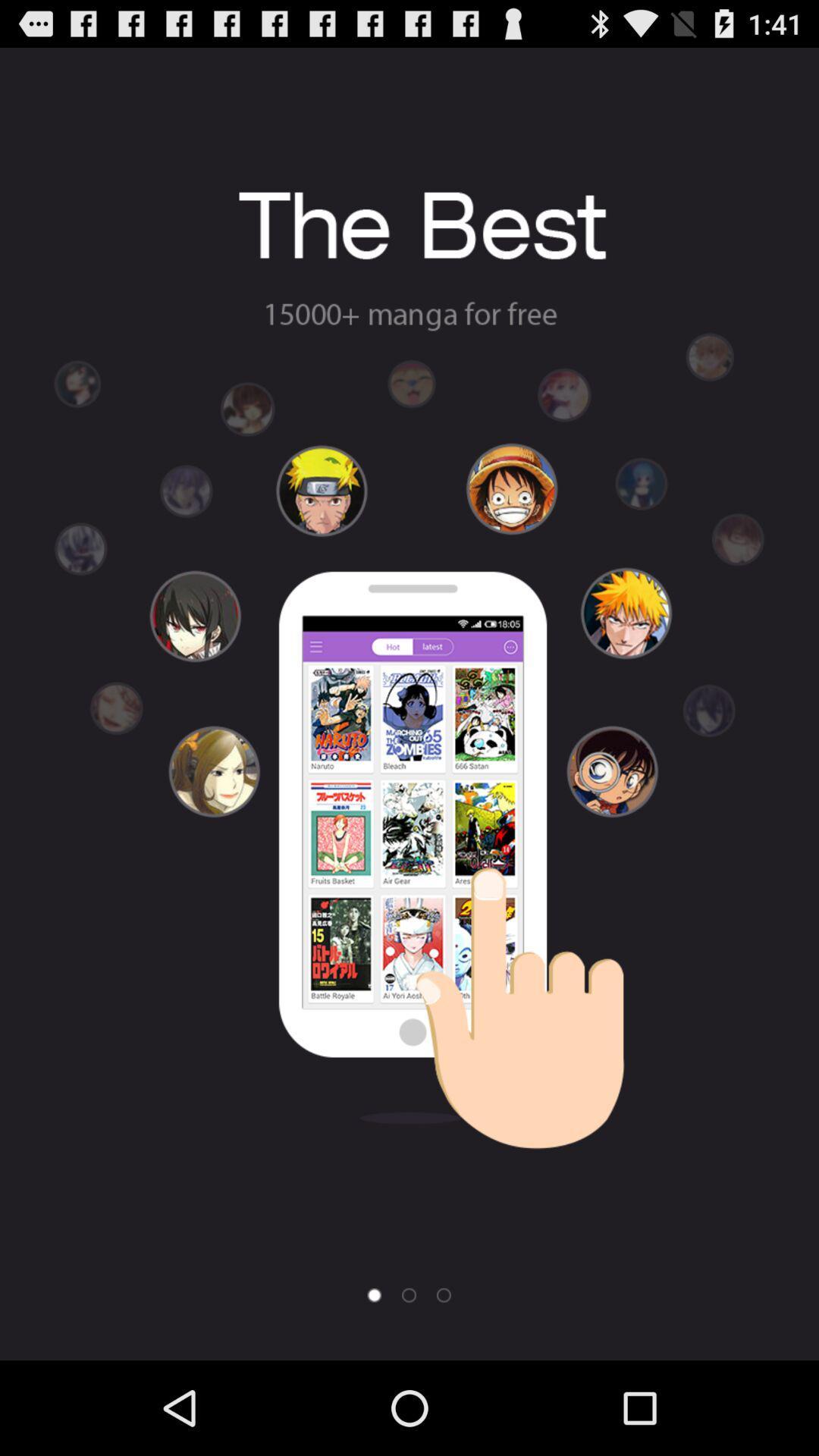  I want to click on next screen, so click(408, 1294).